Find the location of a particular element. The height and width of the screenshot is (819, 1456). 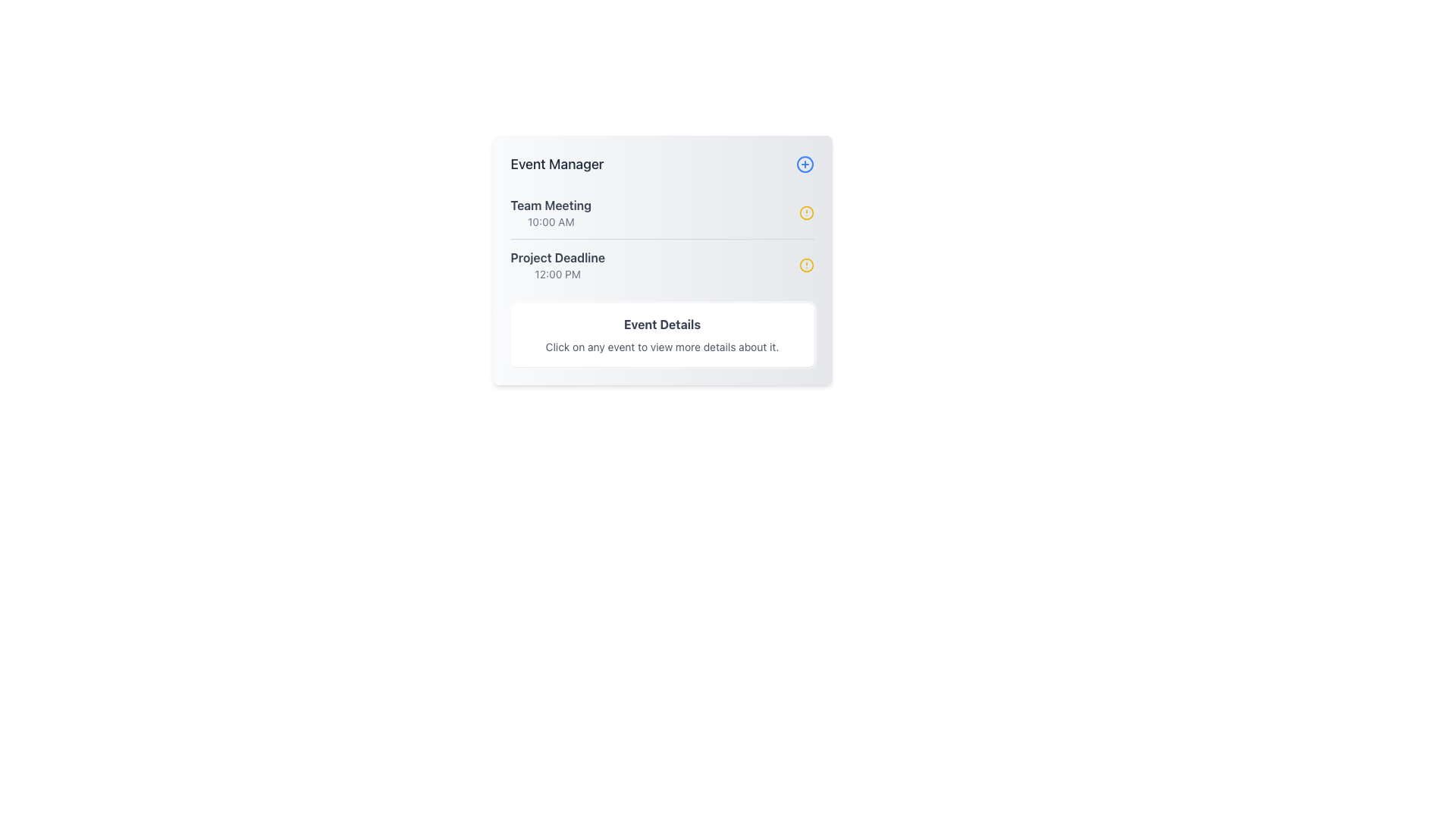

the 'Team Meeting' event item in the Event Manager is located at coordinates (662, 213).